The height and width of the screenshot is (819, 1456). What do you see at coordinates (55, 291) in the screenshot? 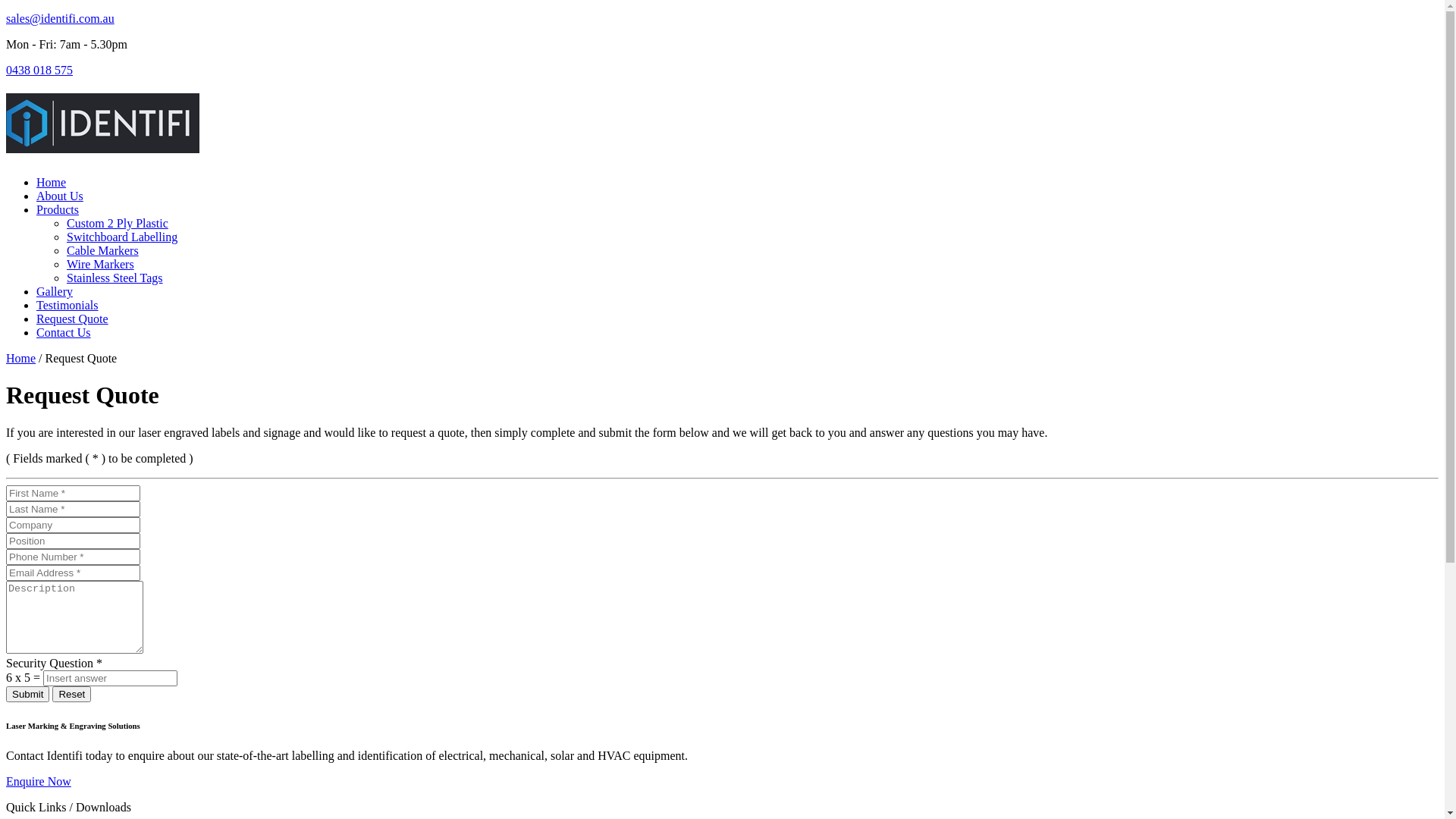
I see `'Gallery'` at bounding box center [55, 291].